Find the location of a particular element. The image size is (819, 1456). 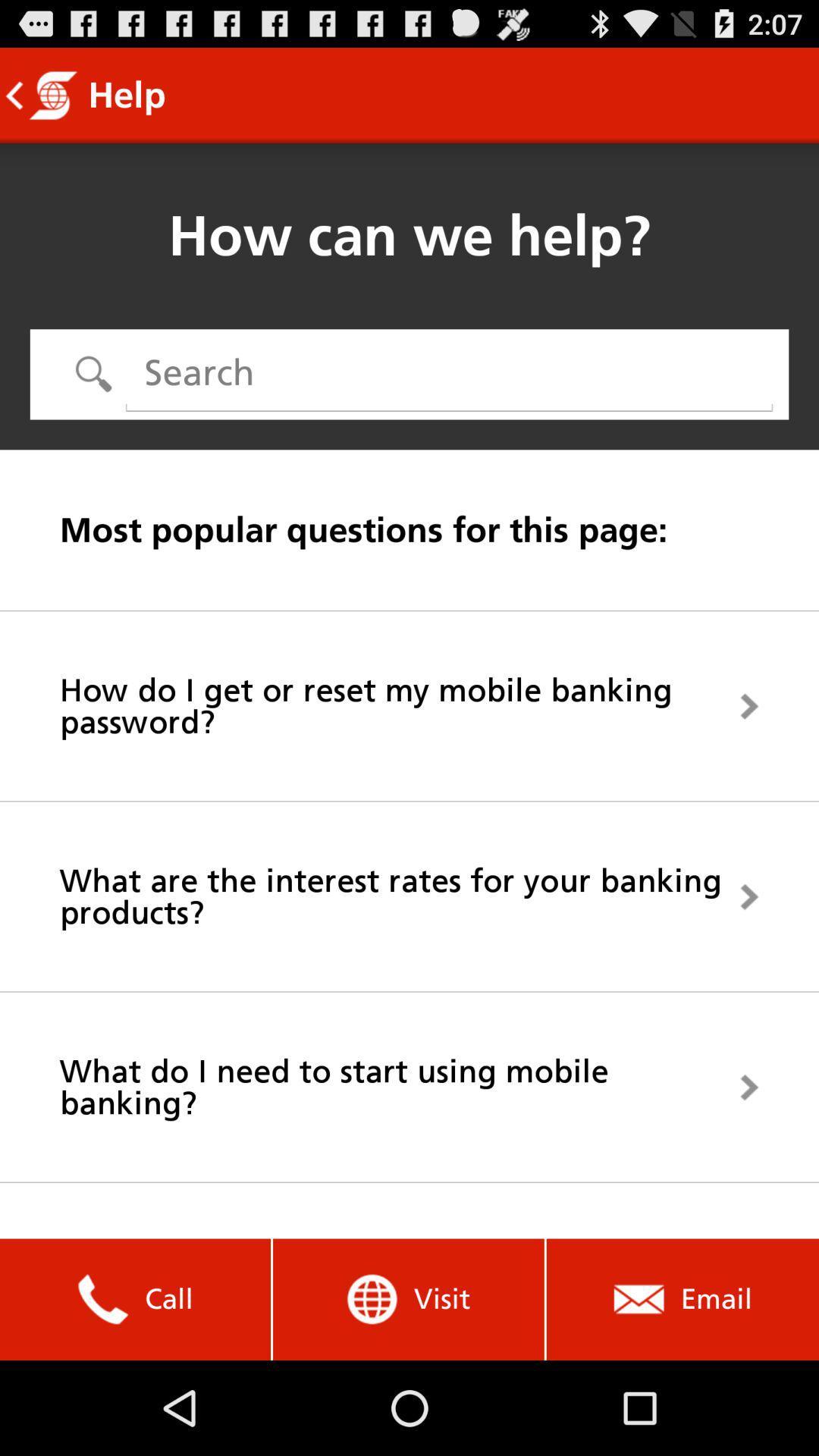

icon above what do i app is located at coordinates (409, 896).